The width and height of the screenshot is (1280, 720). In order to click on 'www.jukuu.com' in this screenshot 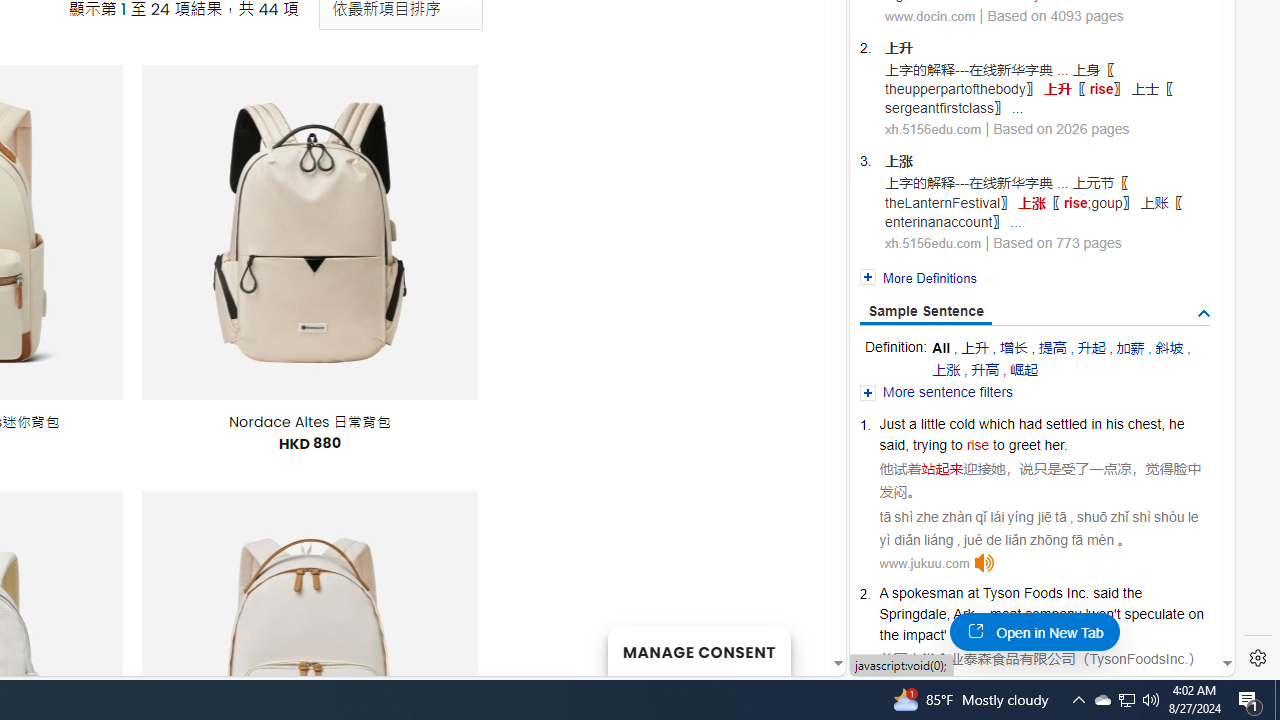, I will do `click(923, 563)`.